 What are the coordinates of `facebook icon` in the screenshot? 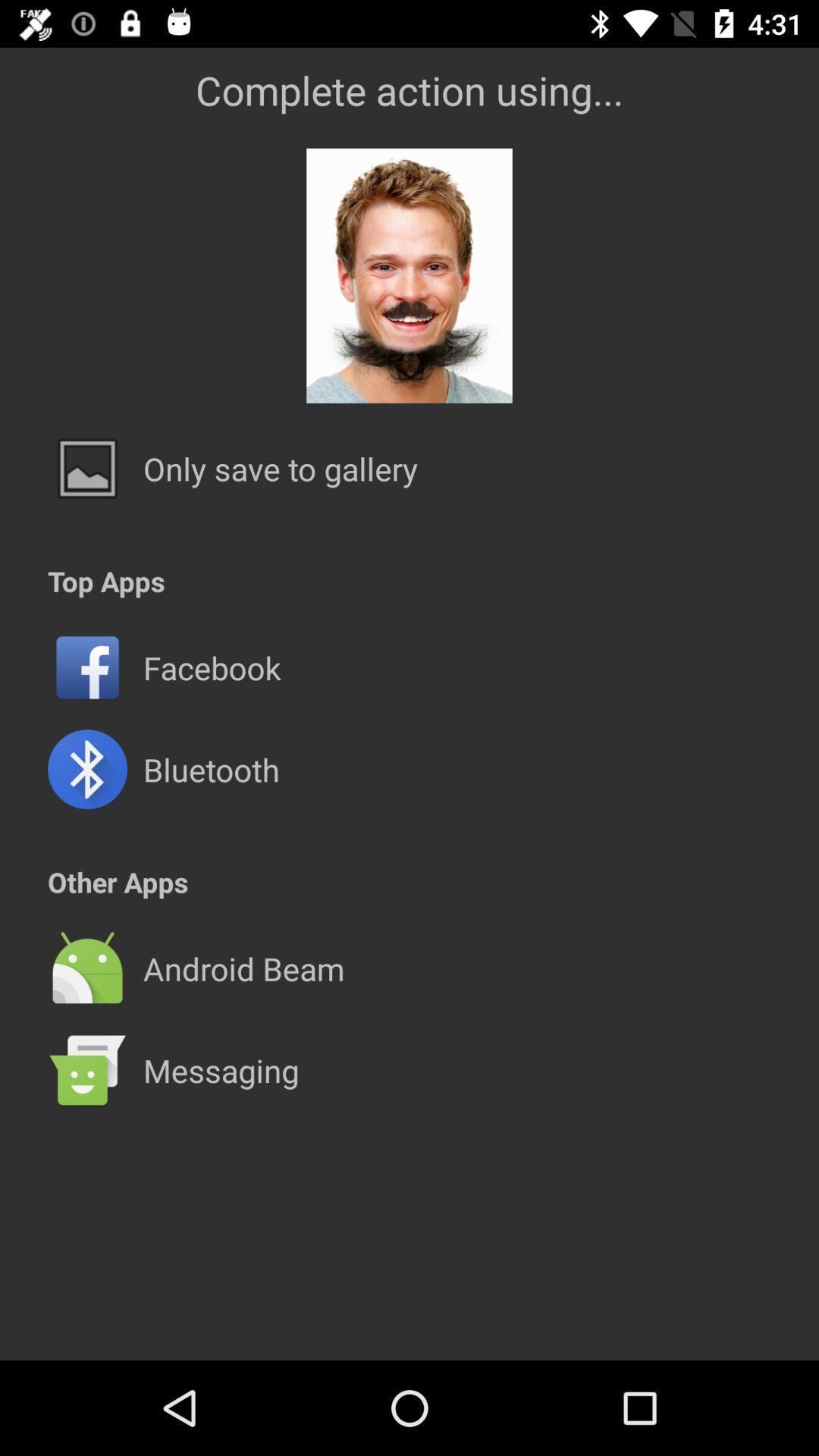 It's located at (212, 667).